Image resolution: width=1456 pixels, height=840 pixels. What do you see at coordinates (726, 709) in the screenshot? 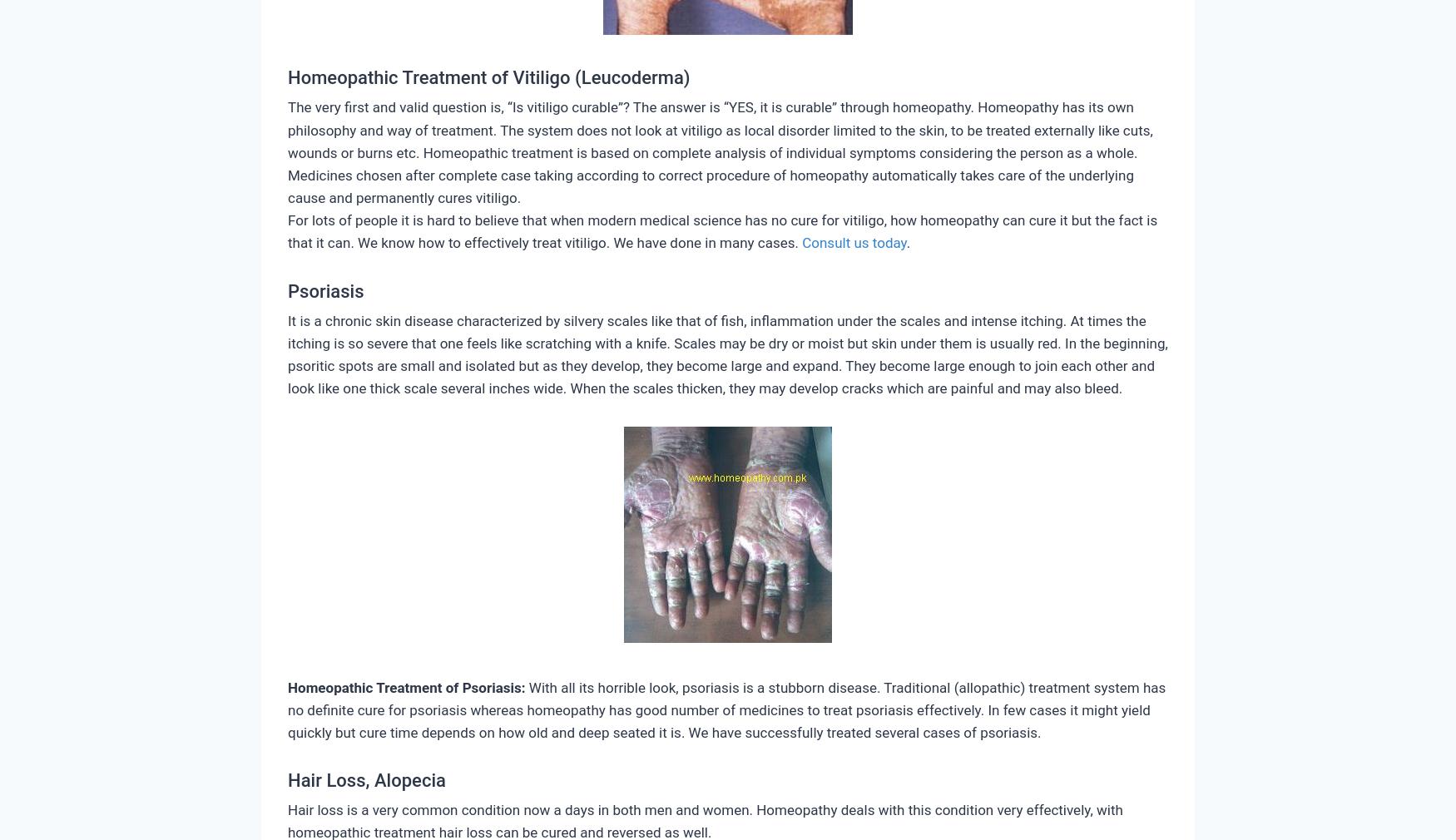
I see `'With all its horrible look, psoriasis is a stubborn disease. Traditional (allopathic) treatment system has no definite cure for psoriasis whereas homeopathy has good number of medicines to treat psoriasis effectively. In few cases it might yield quickly but cure time depends on how old and deep seated it is. We have successfully treated several cases of psoriasis.'` at bounding box center [726, 709].